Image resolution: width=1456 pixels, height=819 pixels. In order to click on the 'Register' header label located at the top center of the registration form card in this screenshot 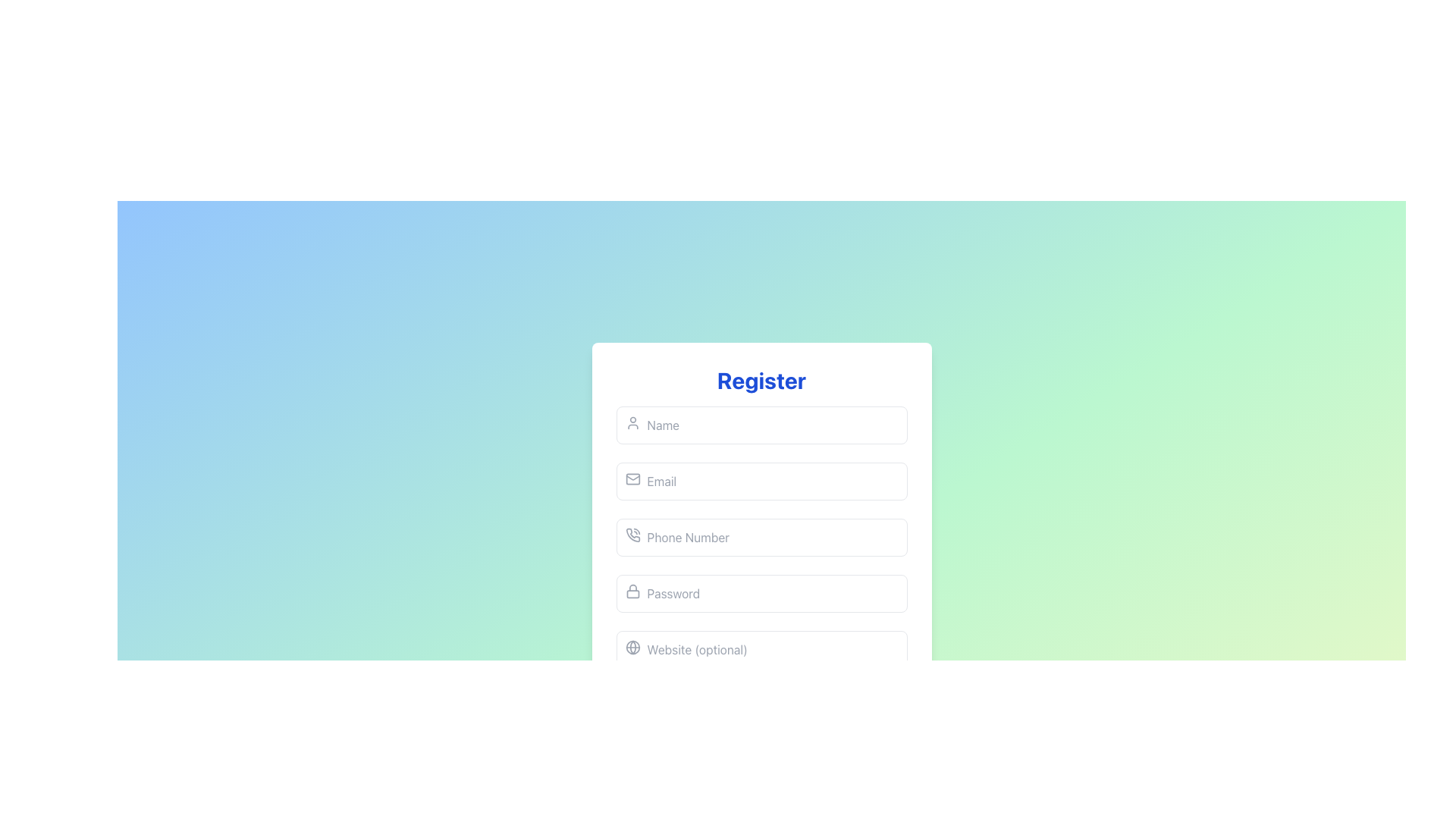, I will do `click(761, 379)`.